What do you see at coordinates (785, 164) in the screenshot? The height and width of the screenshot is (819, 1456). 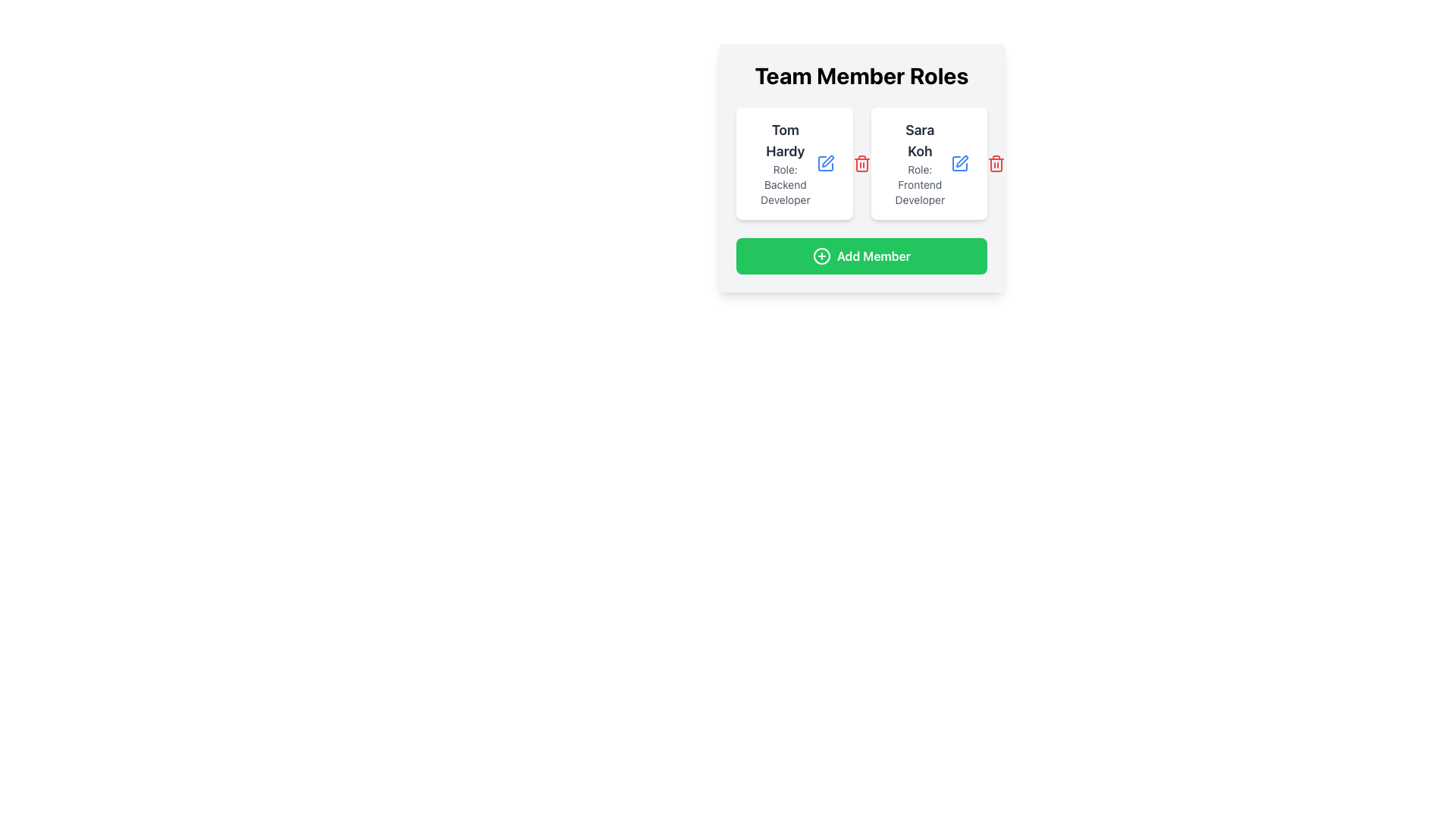 I see `the text component displaying the name 'Tom Hardy' and their role as a backend developer, located within the first card under the 'Team Member Roles' section` at bounding box center [785, 164].